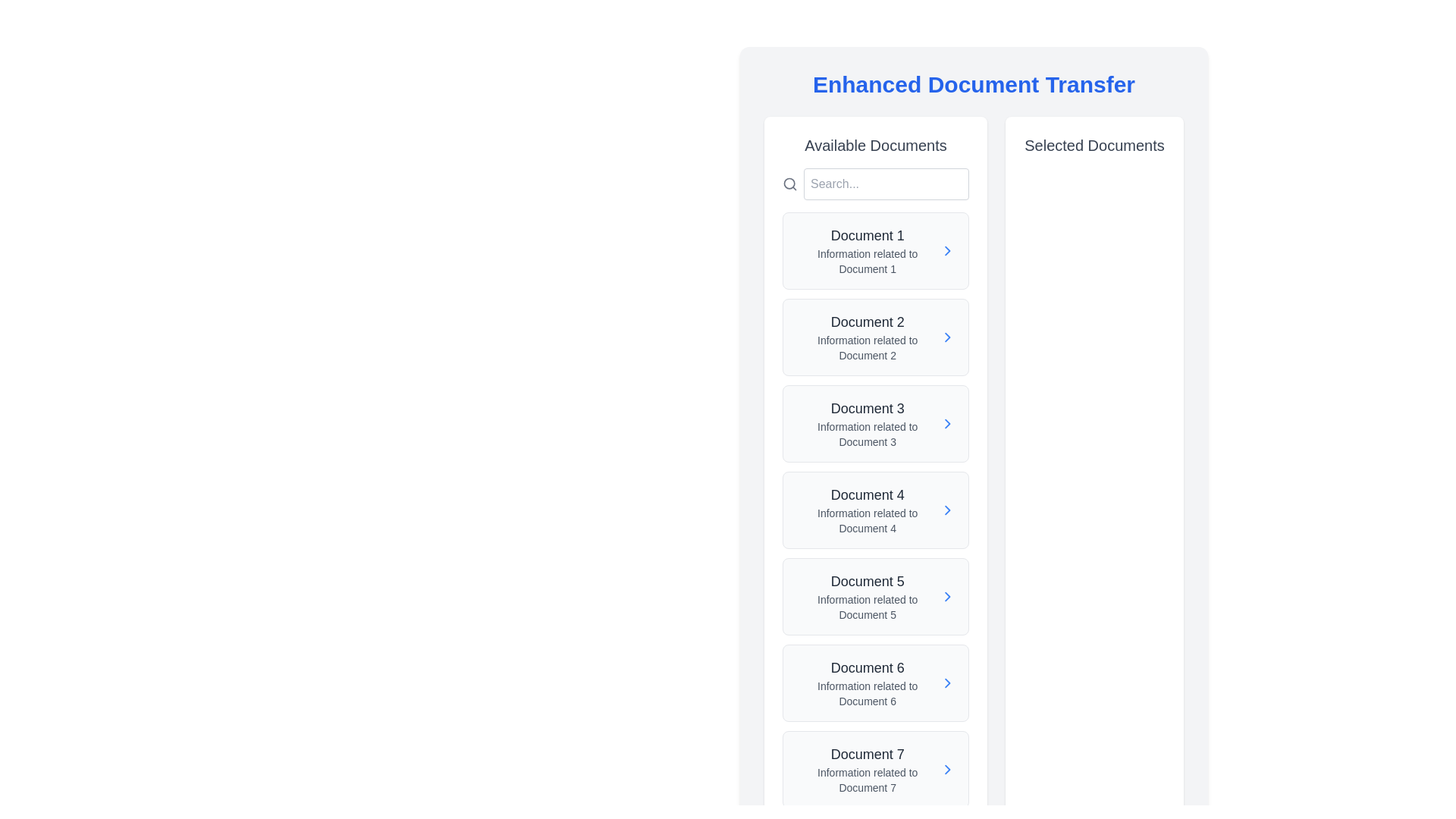 The height and width of the screenshot is (819, 1456). I want to click on the rightward-pointing chevron icon within the 'Document 4' list item in the 'Available Documents' section, so click(947, 510).